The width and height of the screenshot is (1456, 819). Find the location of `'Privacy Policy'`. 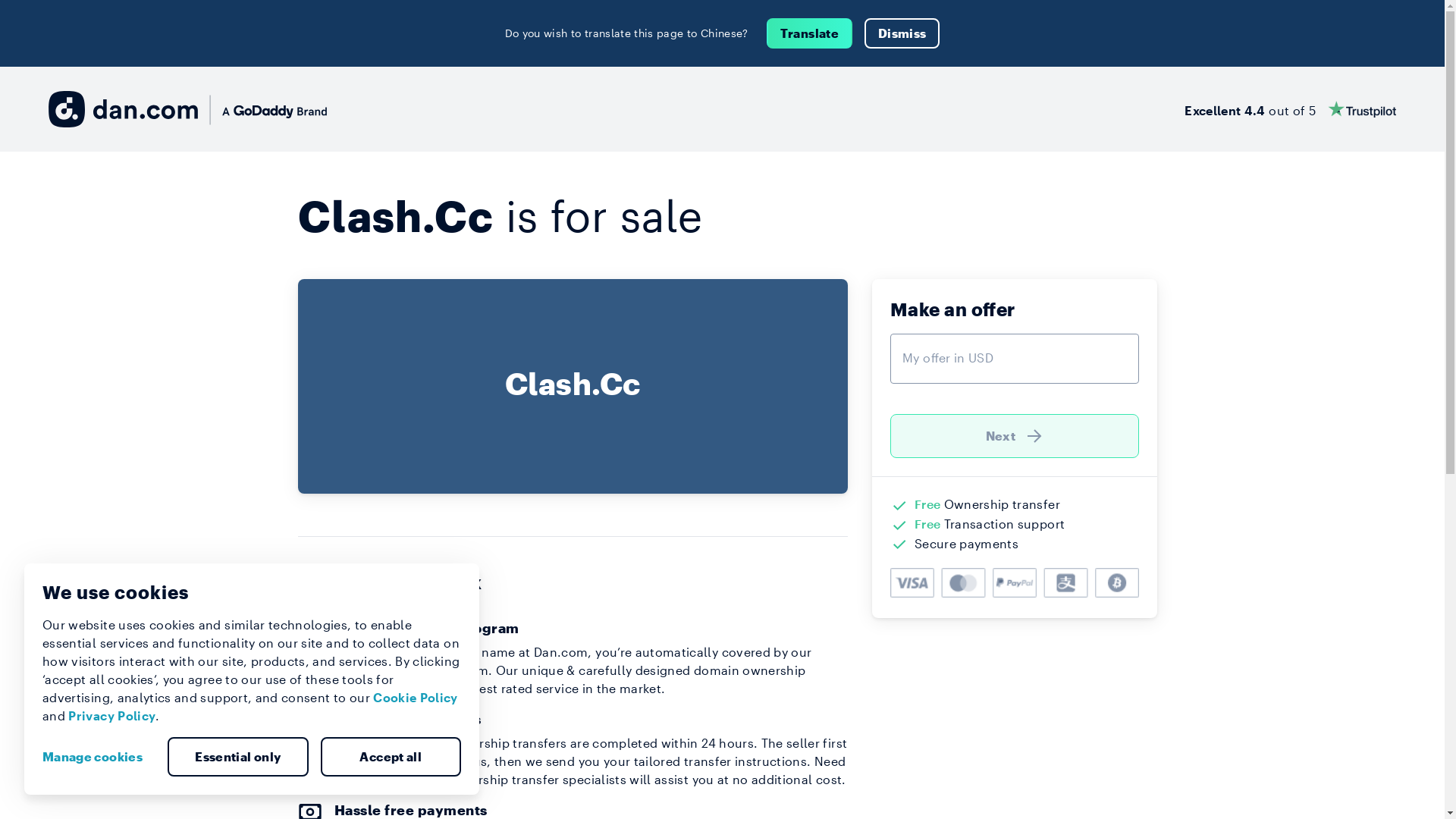

'Privacy Policy' is located at coordinates (67, 715).